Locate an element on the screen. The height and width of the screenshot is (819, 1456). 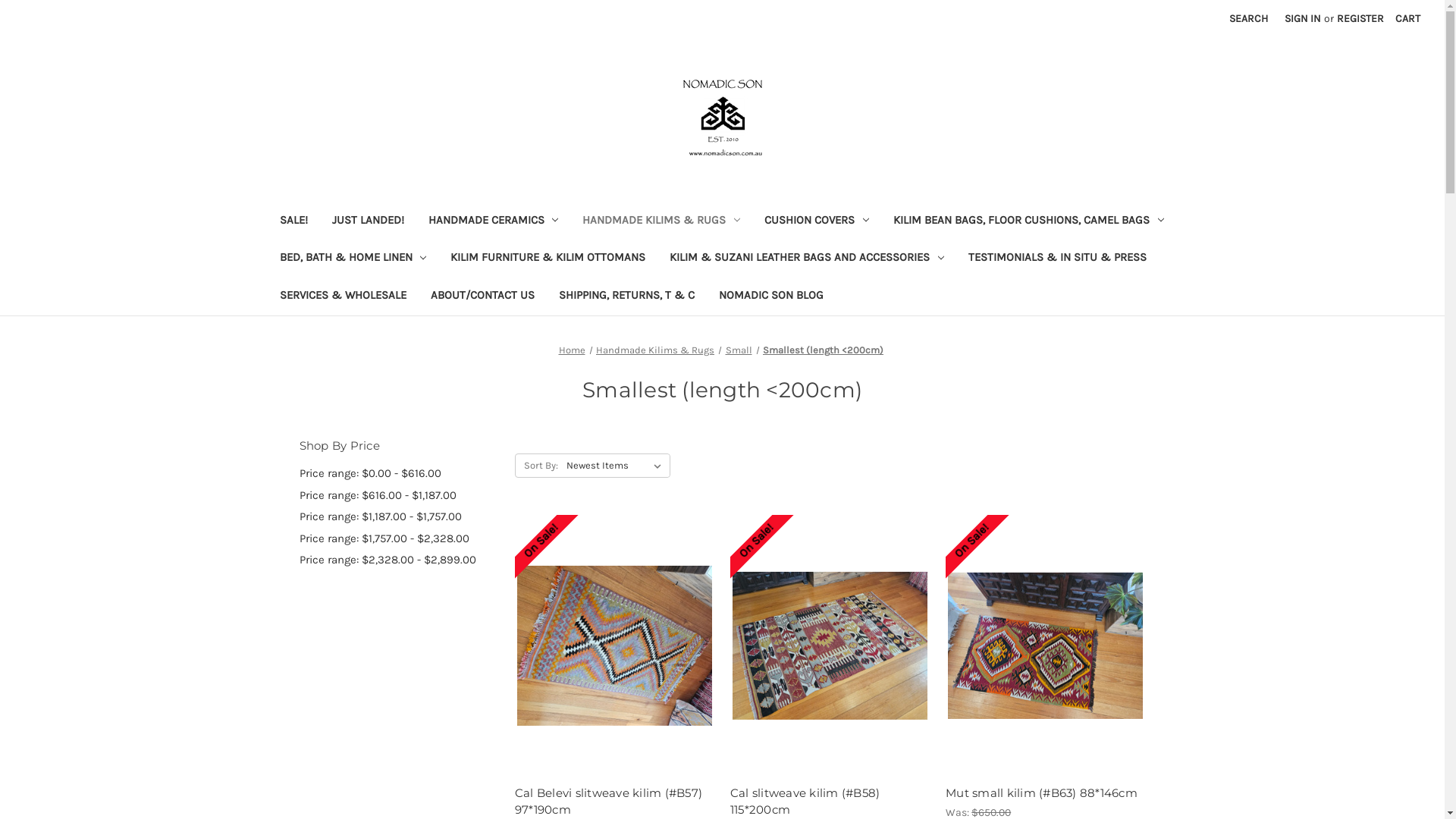
'Price range: $0.00 - $616.00' is located at coordinates (398, 472).